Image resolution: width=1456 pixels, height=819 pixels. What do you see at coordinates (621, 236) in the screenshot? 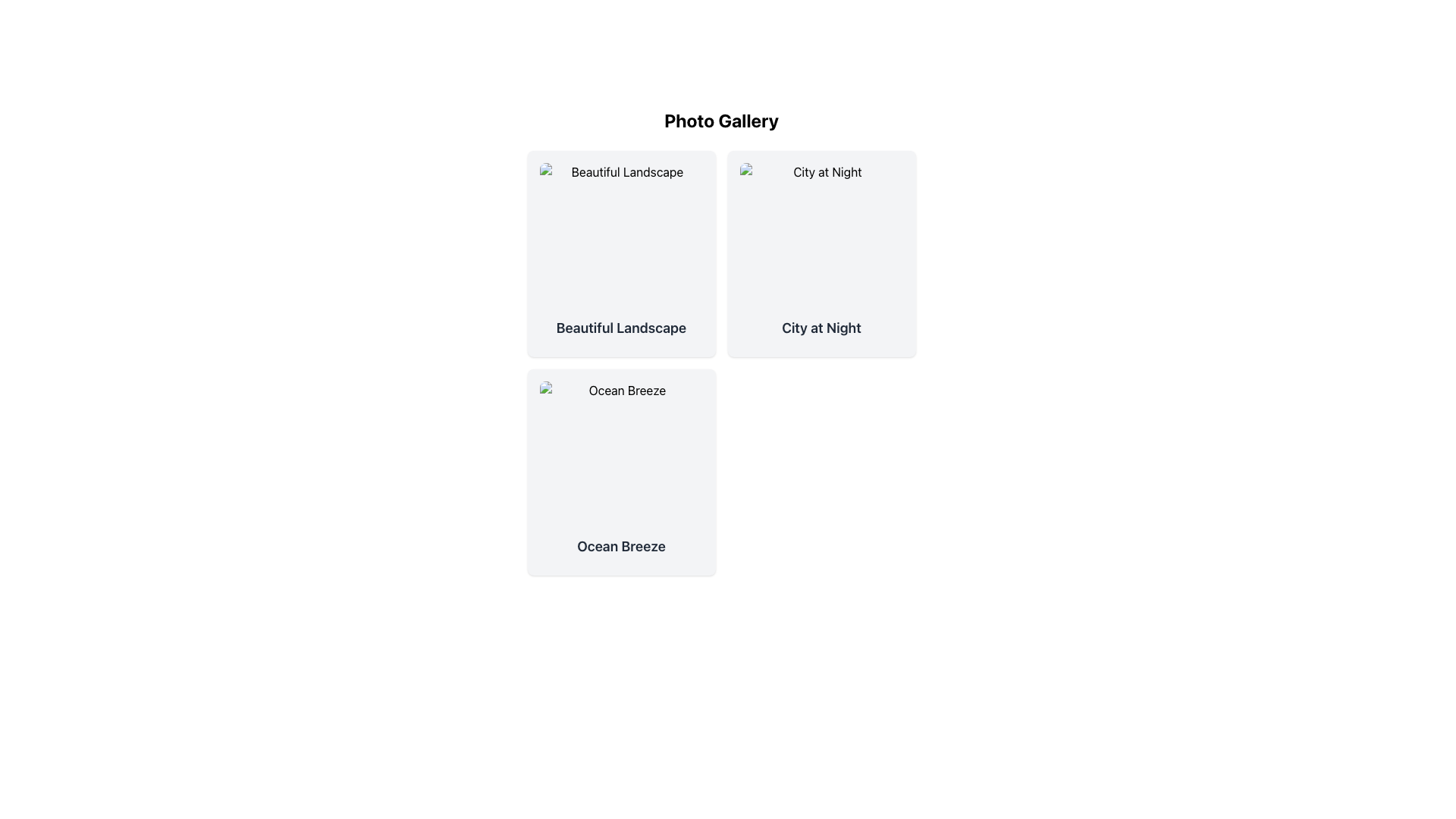
I see `the static image placeholder representing 'Beautiful Landscape' in the 'Photo Gallery' section, located at the top of the leftmost card` at bounding box center [621, 236].